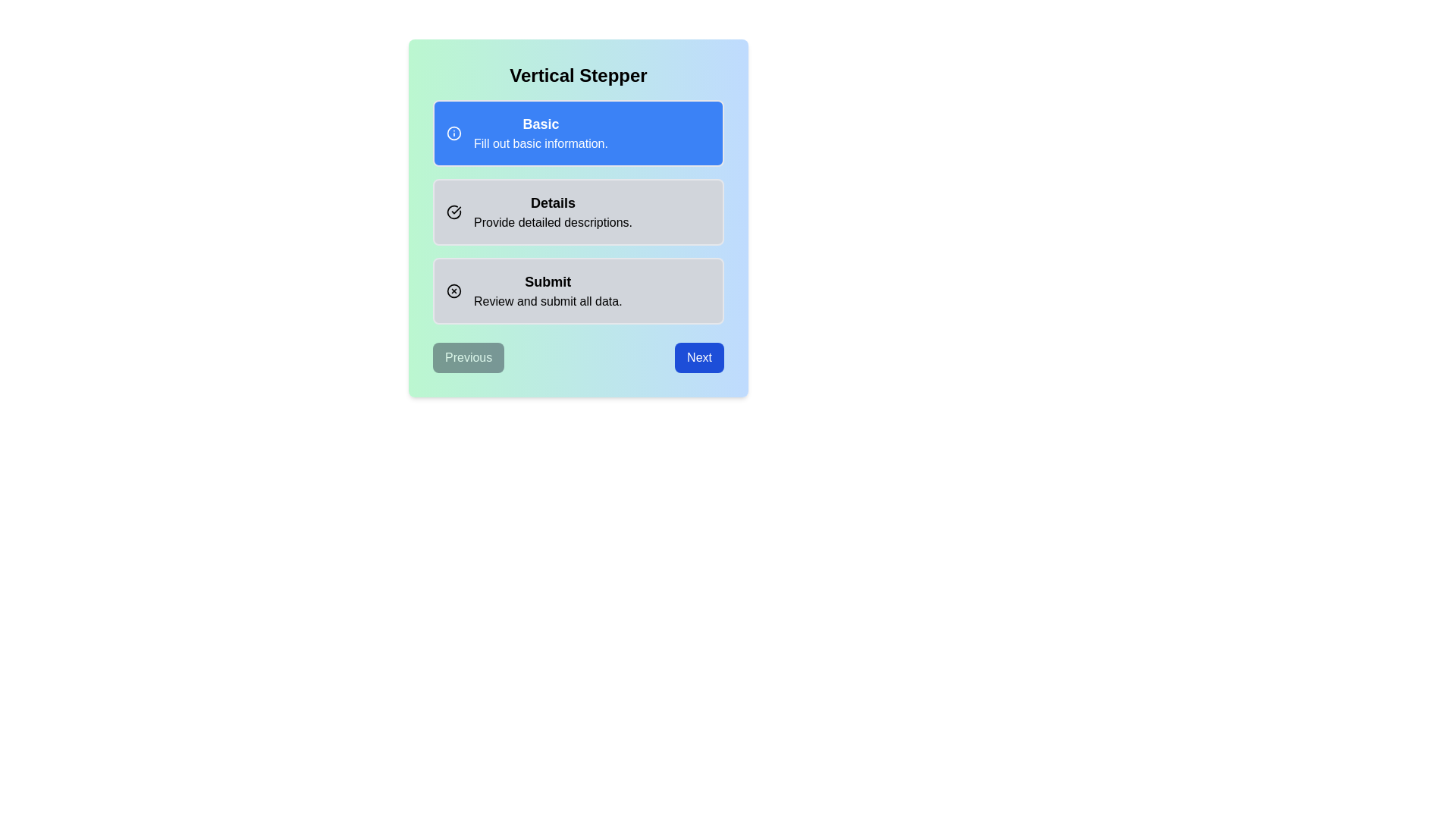  I want to click on the navigation button to move to the Next step, so click(698, 357).